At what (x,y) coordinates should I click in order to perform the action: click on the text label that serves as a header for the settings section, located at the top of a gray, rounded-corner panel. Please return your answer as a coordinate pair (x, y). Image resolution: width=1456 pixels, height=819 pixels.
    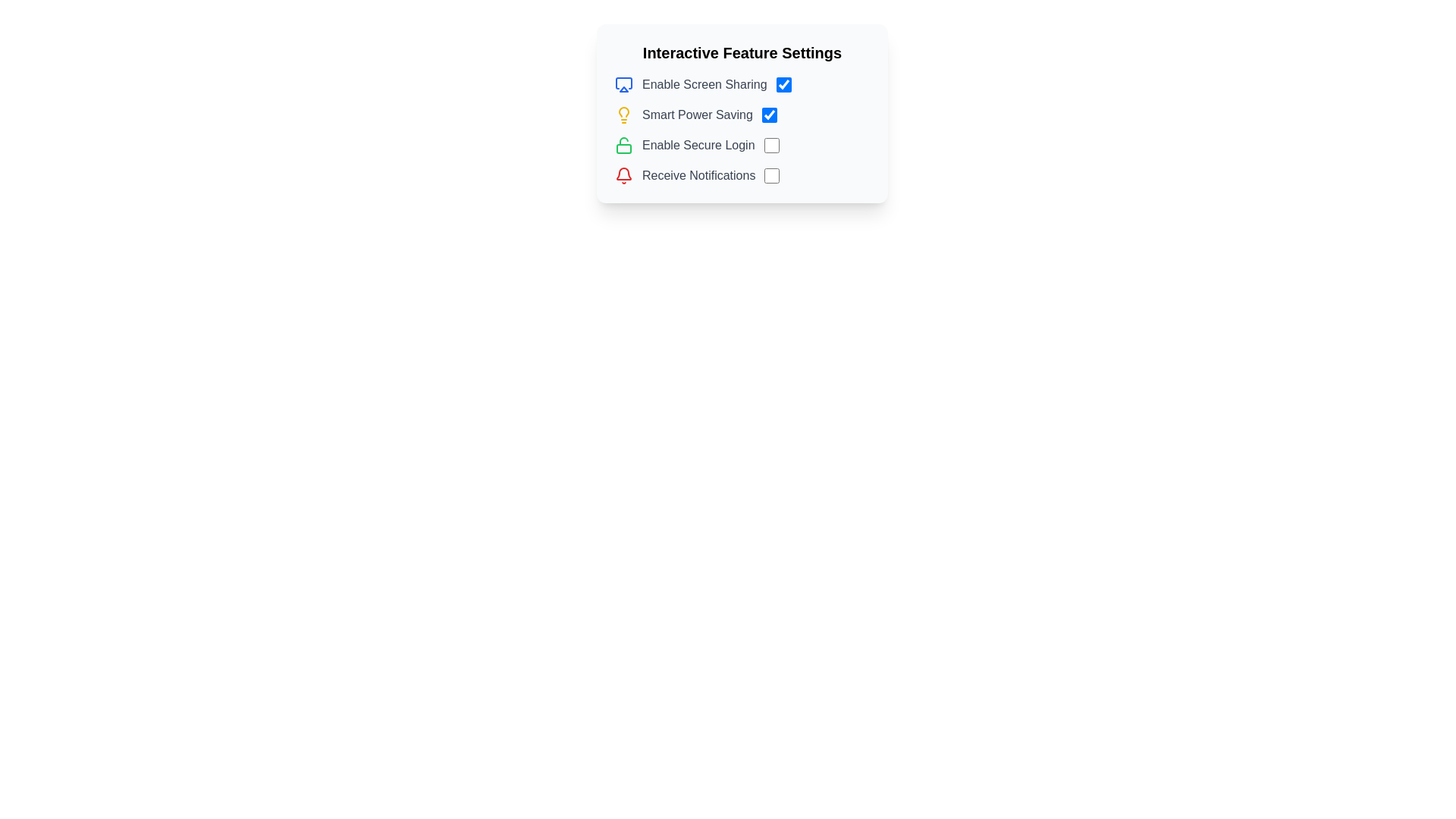
    Looking at the image, I should click on (742, 52).